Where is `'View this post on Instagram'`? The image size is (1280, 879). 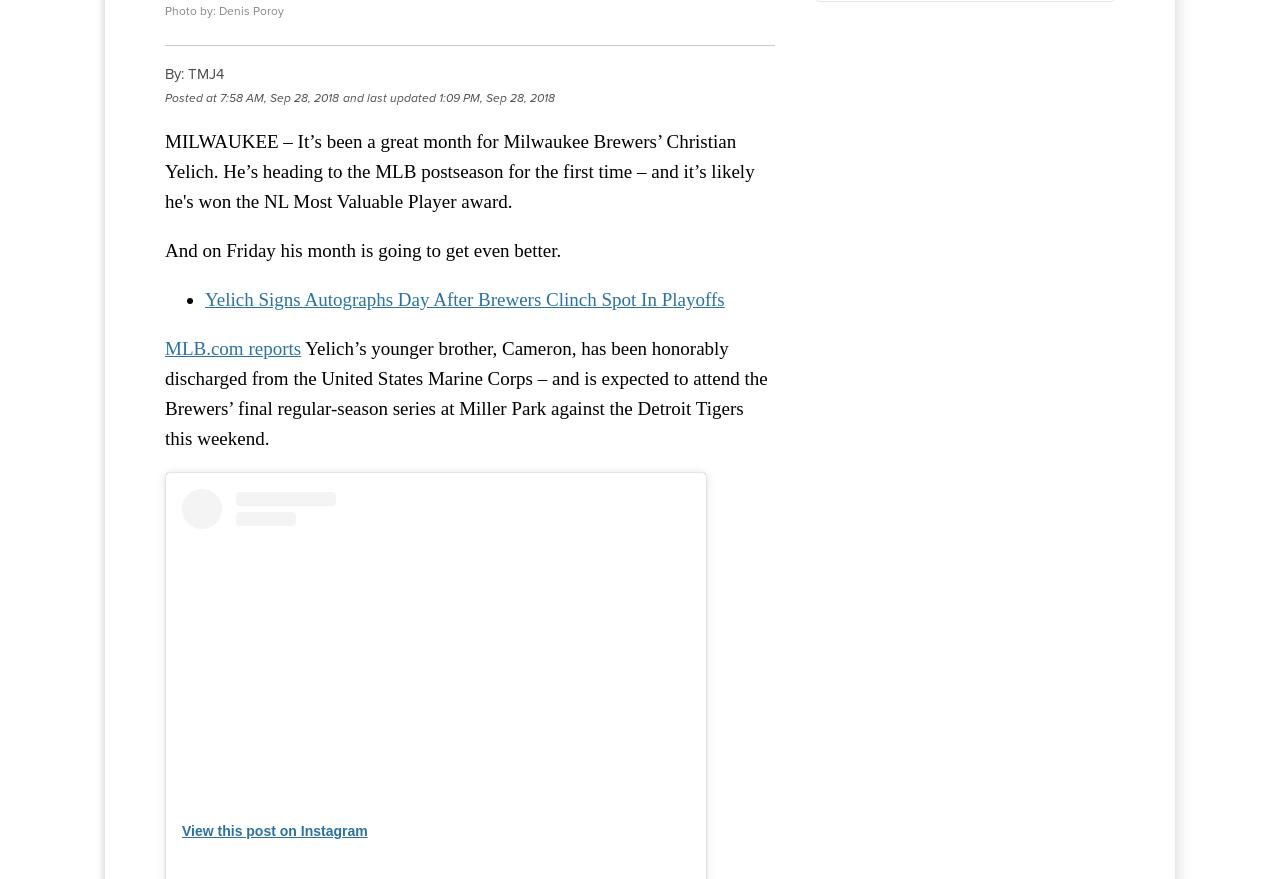 'View this post on Instagram' is located at coordinates (182, 830).